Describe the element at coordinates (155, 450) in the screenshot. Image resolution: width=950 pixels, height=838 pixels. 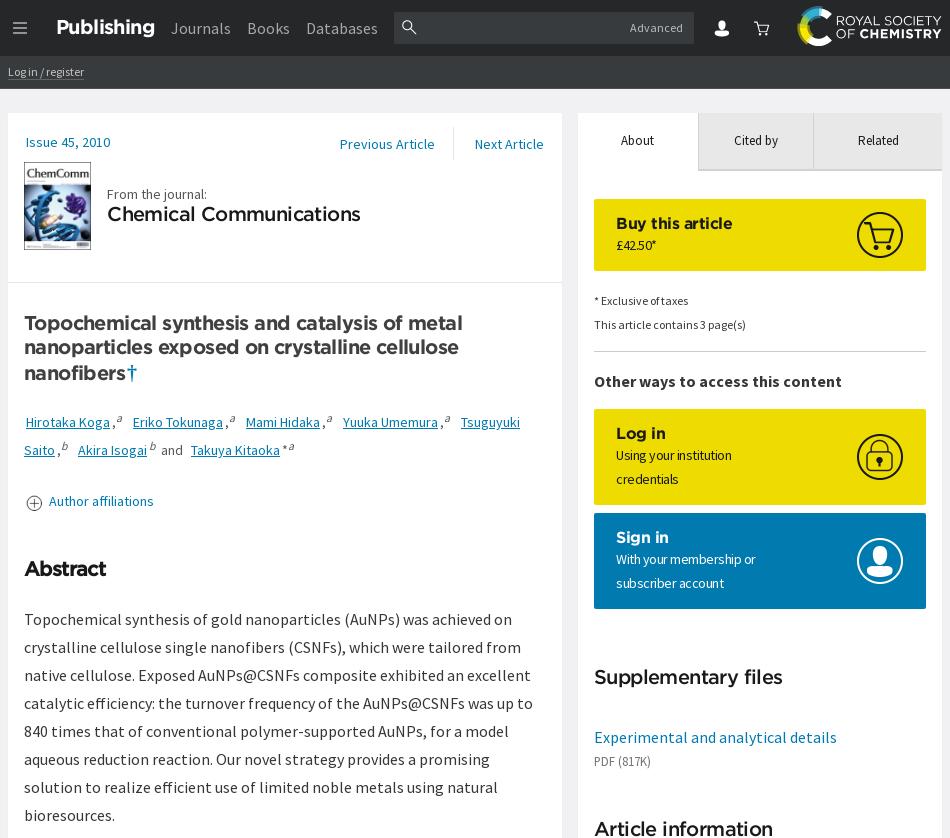
I see `'and'` at that location.